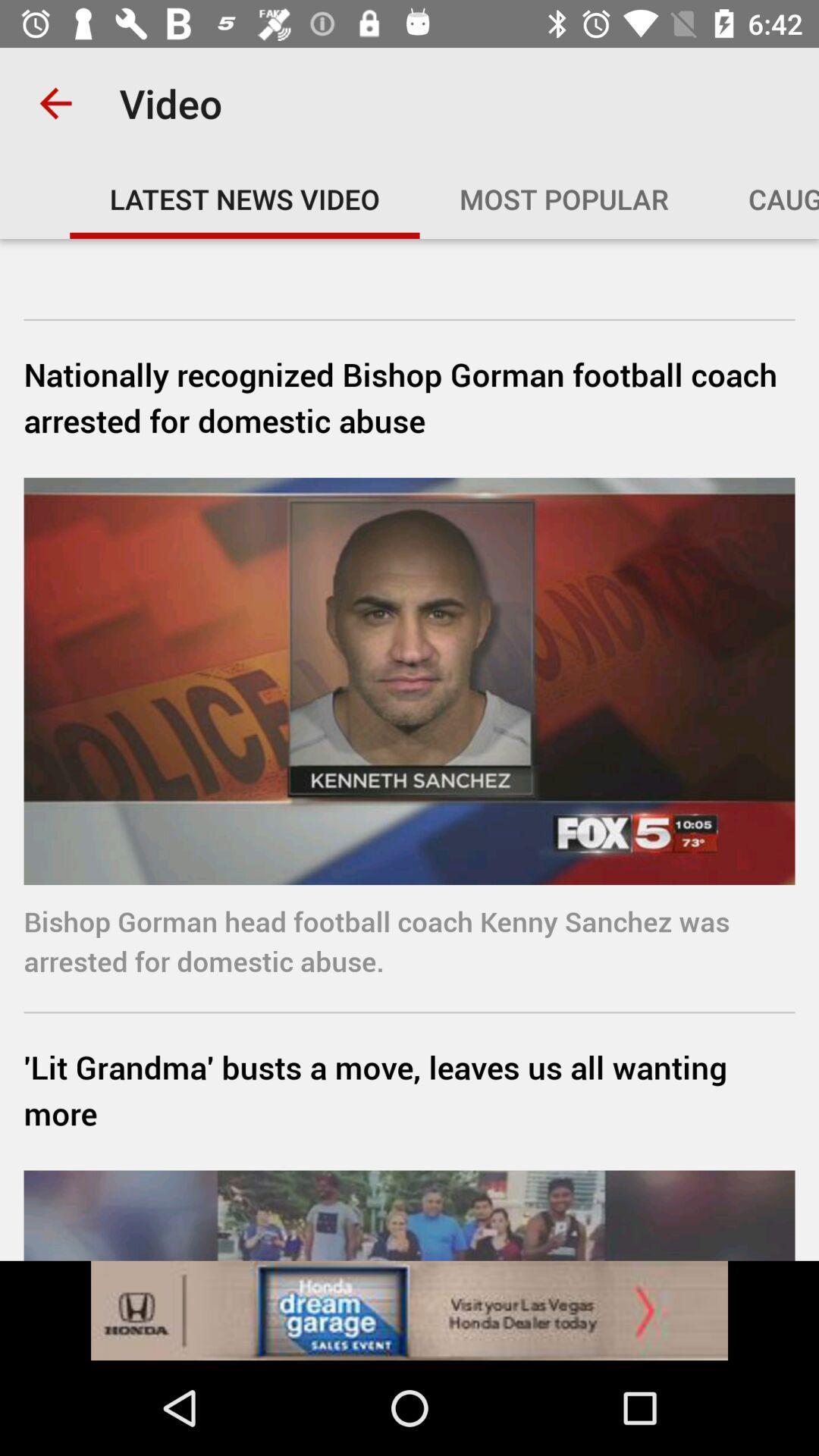 This screenshot has height=1456, width=819. I want to click on open advertisement, so click(409, 1310).